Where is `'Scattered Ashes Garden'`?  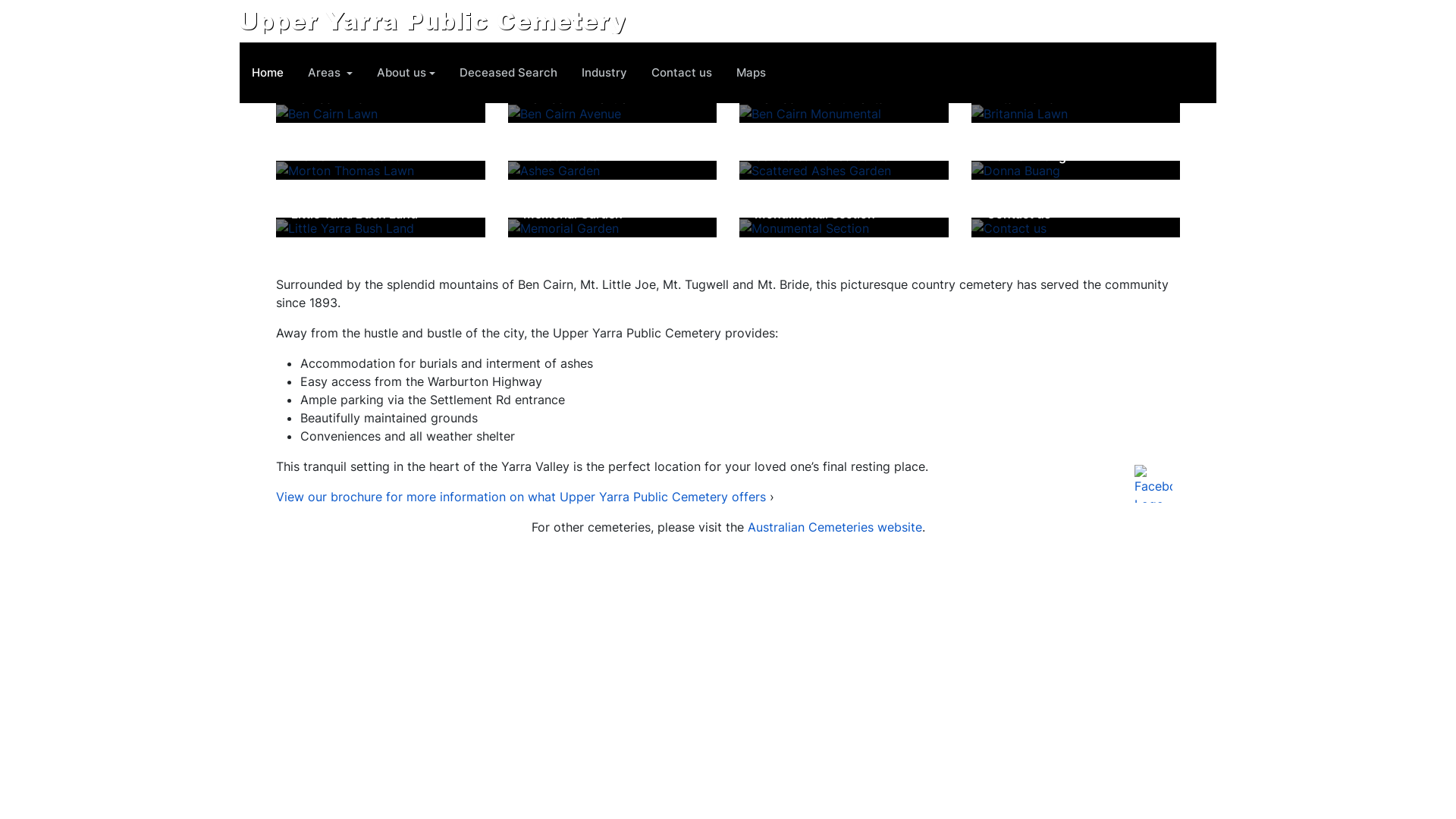 'Scattered Ashes Garden' is located at coordinates (754, 155).